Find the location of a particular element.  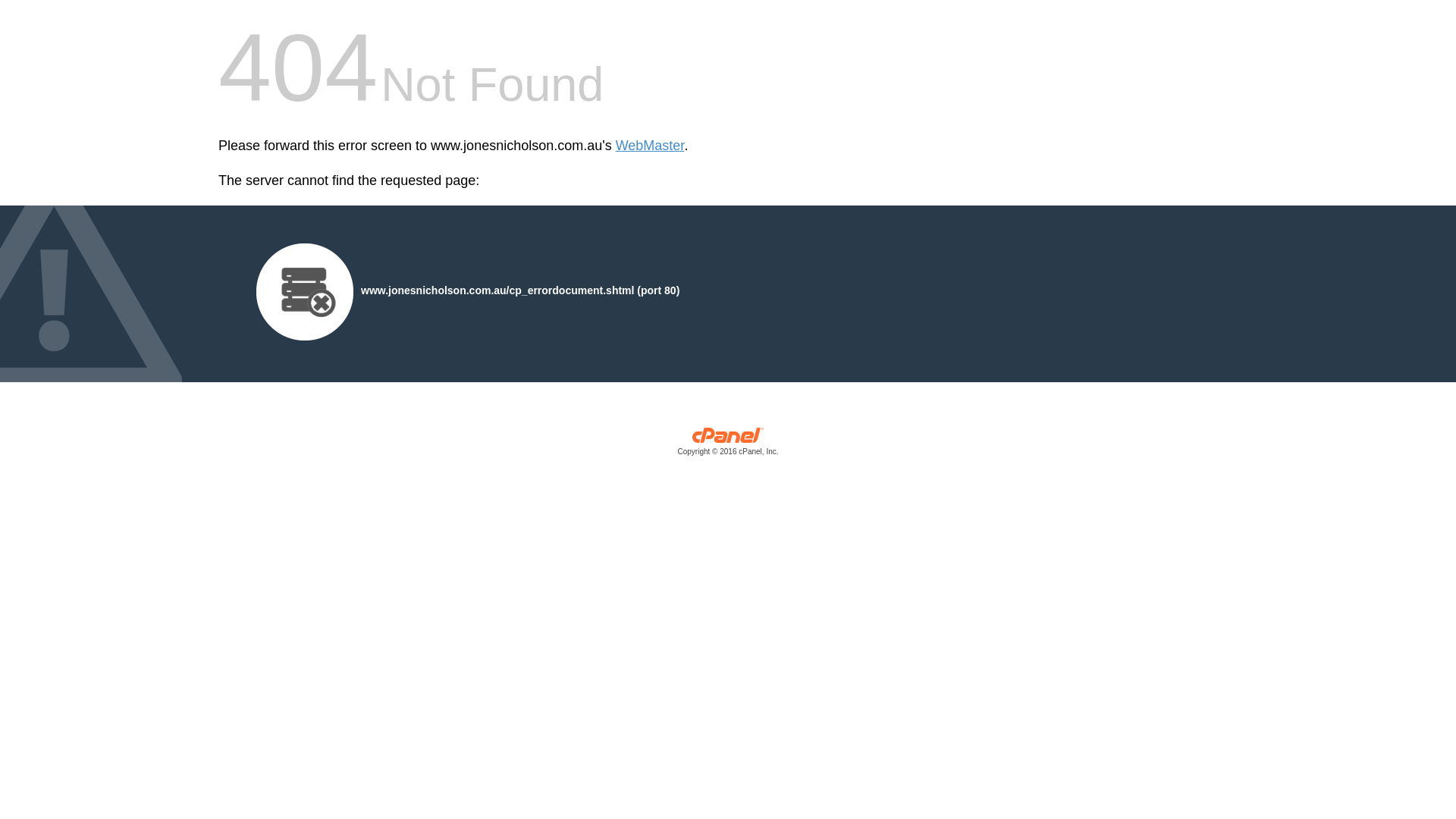

'WebMaster' is located at coordinates (615, 146).